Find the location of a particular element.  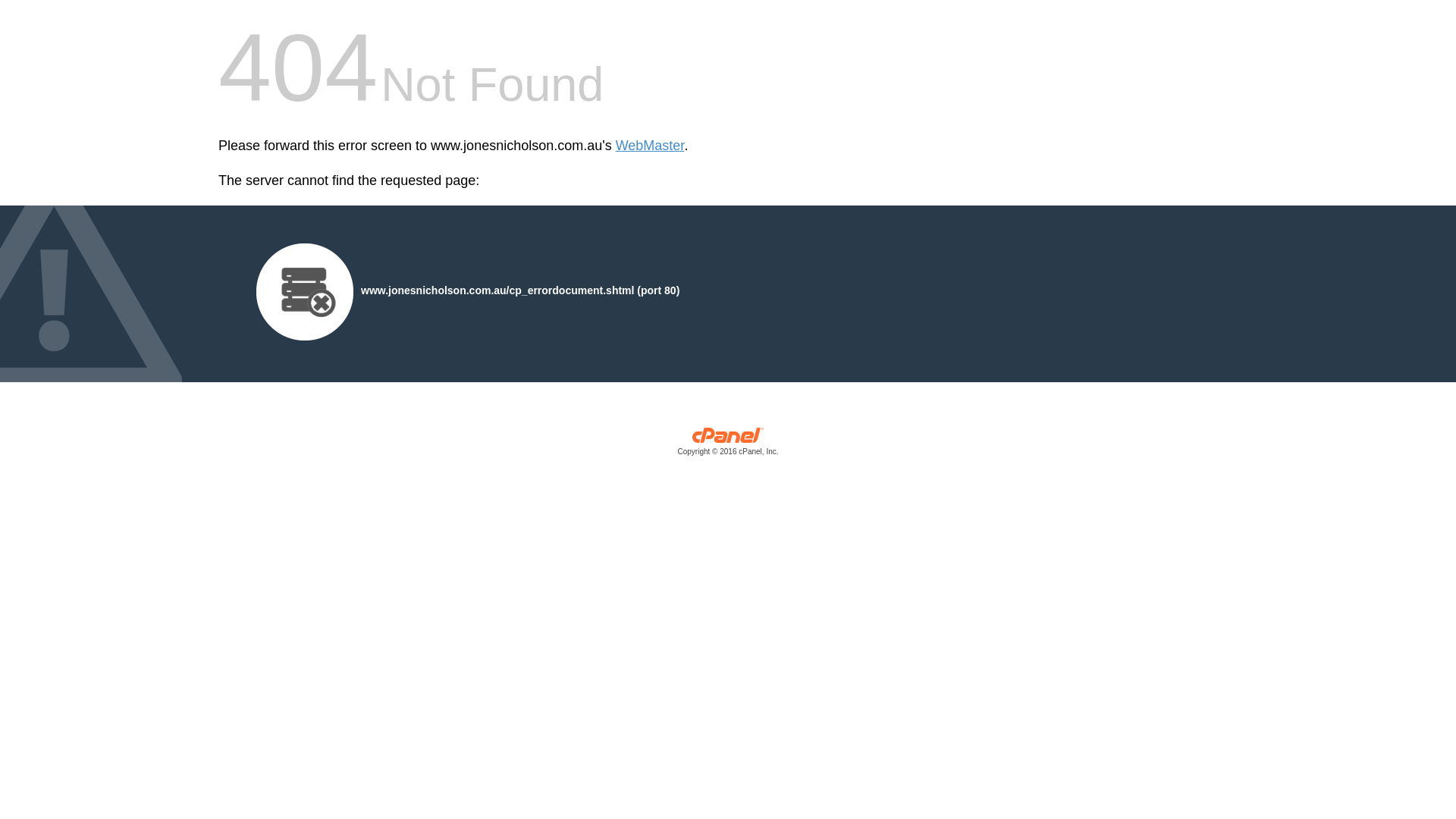

'WebMaster' is located at coordinates (615, 146).